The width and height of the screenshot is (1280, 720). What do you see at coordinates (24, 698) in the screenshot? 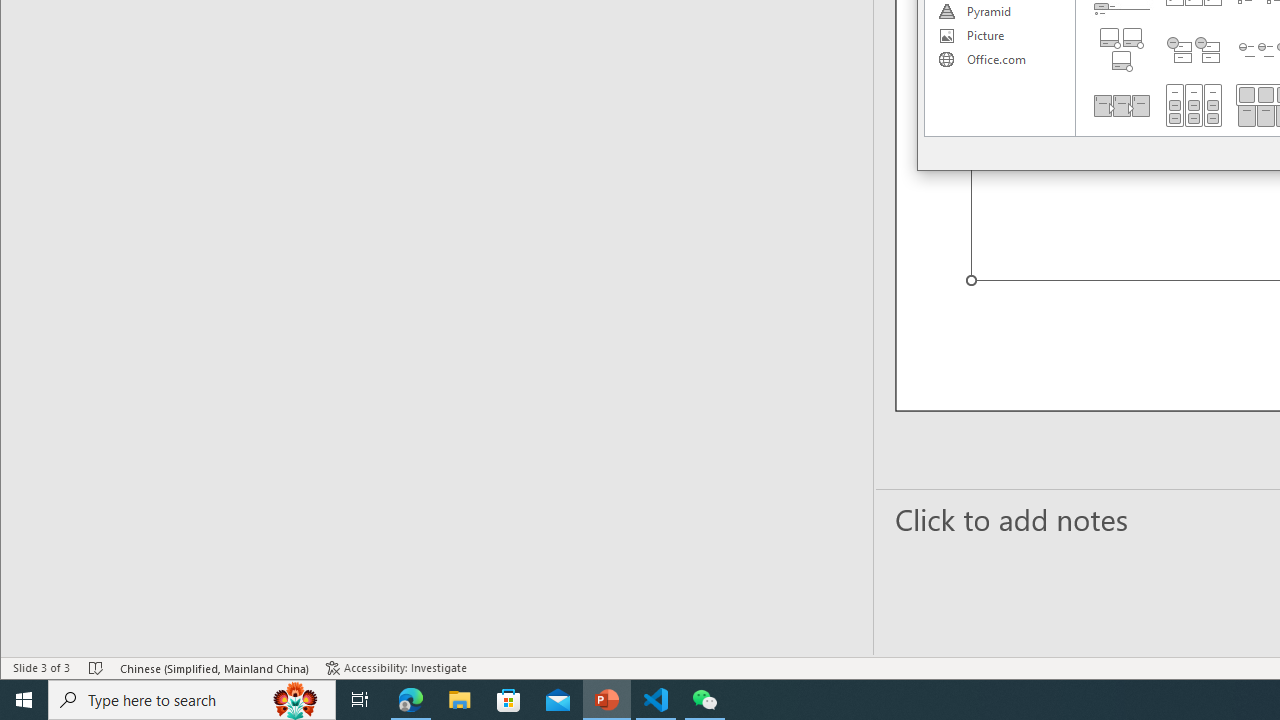
I see `'Start'` at bounding box center [24, 698].